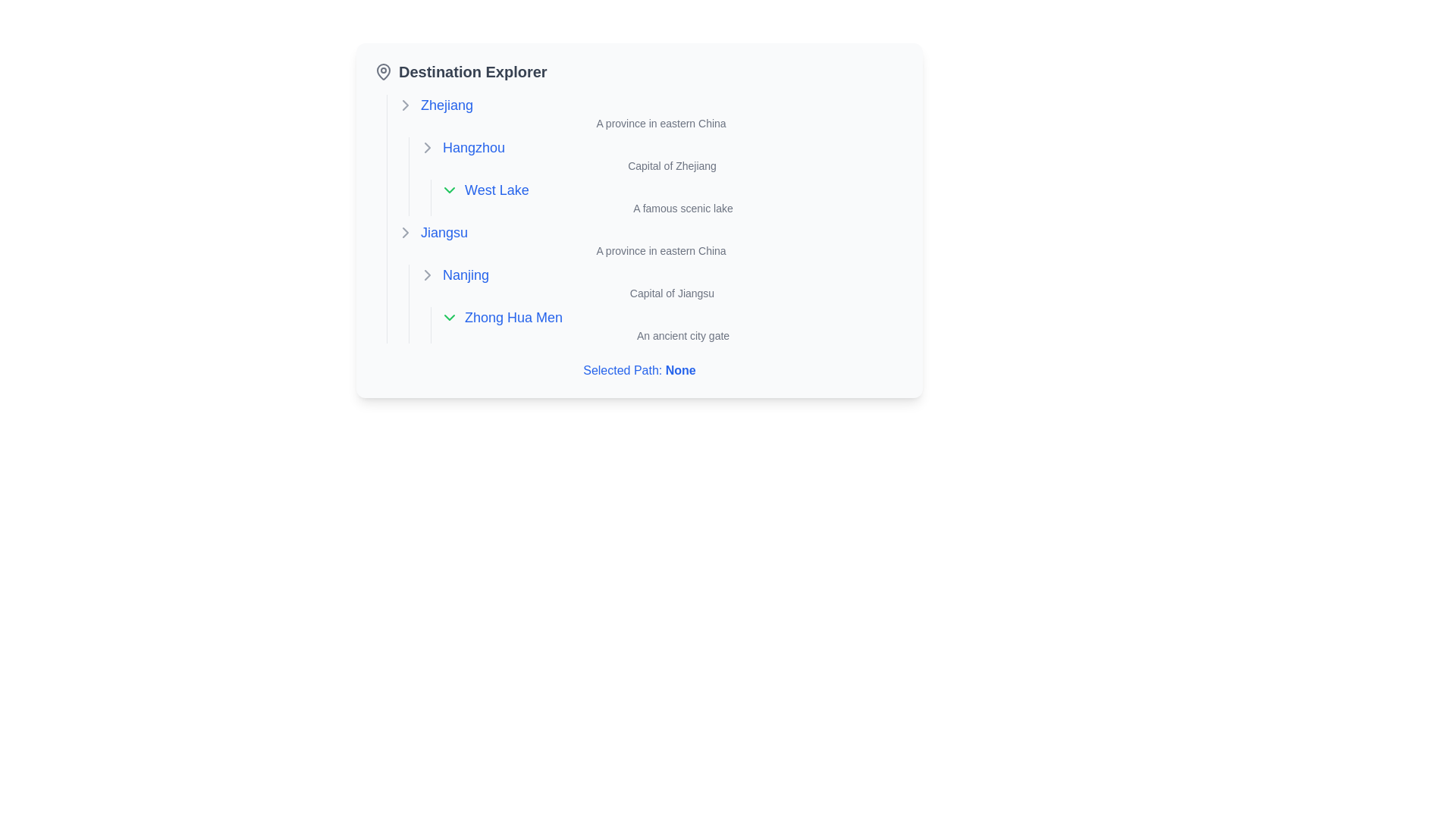  What do you see at coordinates (672, 324) in the screenshot?
I see `the List item with dropdown and descriptive text for 'Nanjing' located under 'West Lake' in the 'Jiangsu' category` at bounding box center [672, 324].